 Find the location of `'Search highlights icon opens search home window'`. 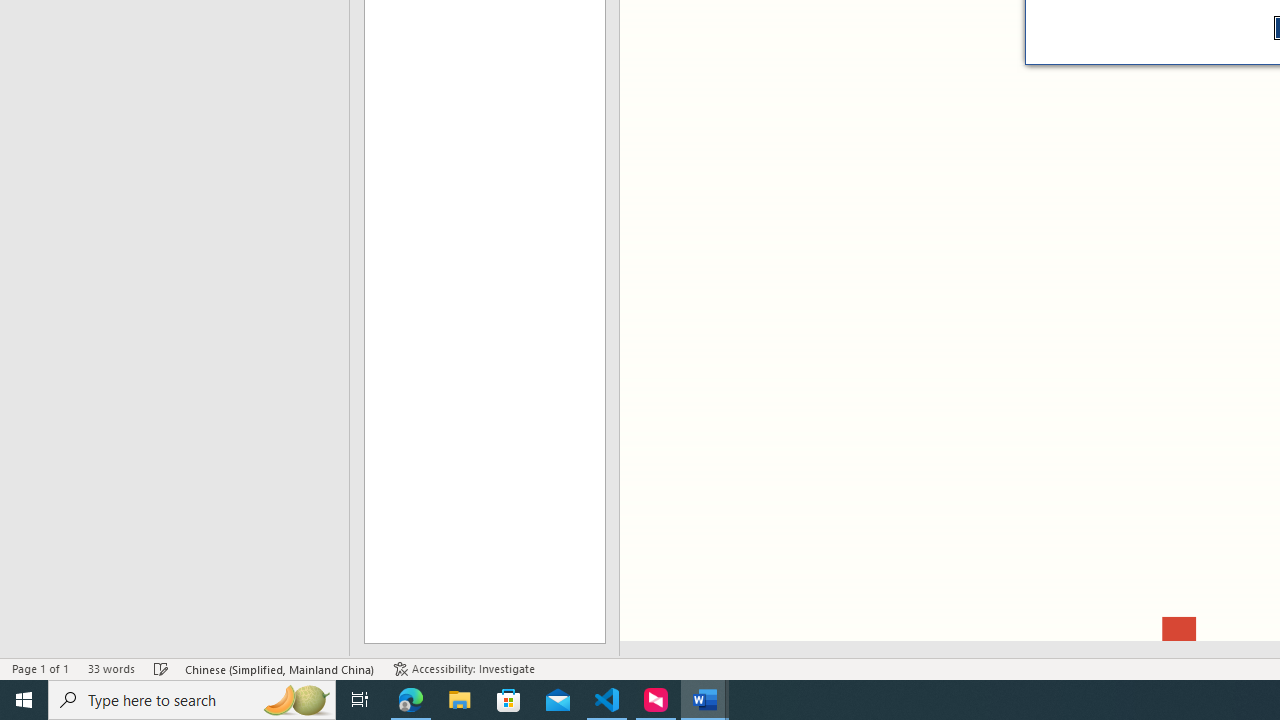

'Search highlights icon opens search home window' is located at coordinates (294, 698).